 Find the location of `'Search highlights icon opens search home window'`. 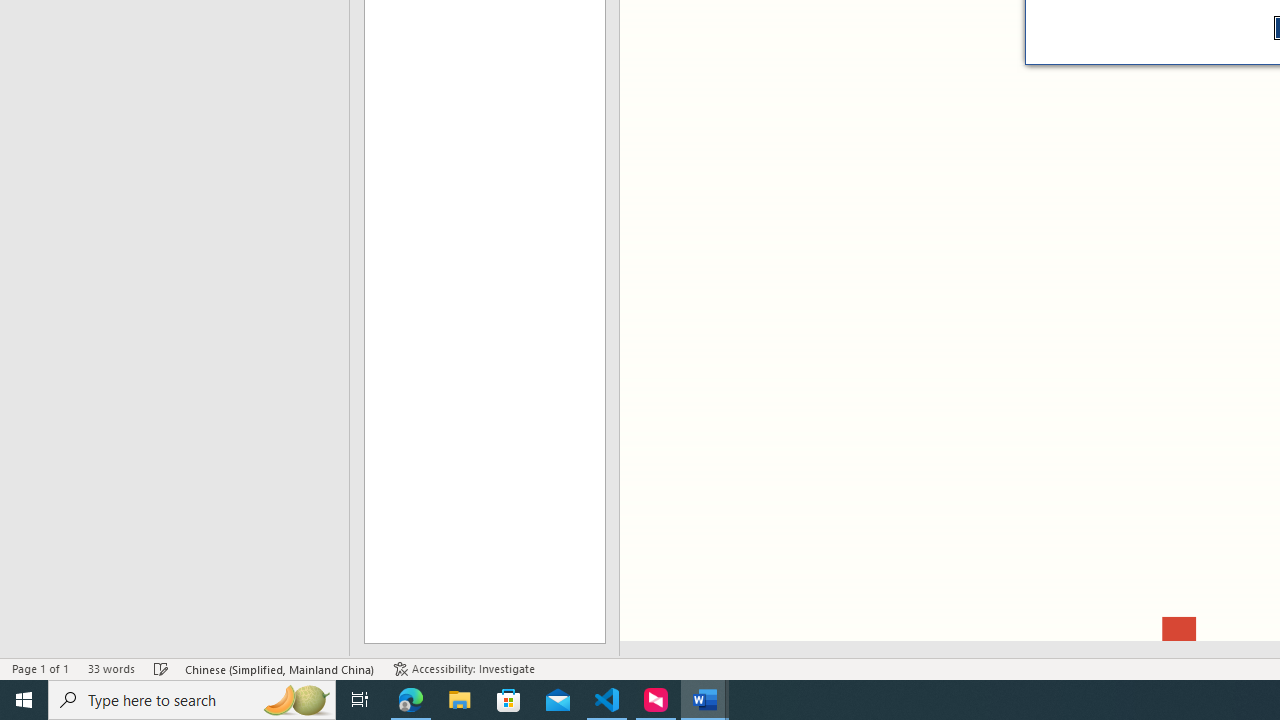

'Search highlights icon opens search home window' is located at coordinates (294, 698).